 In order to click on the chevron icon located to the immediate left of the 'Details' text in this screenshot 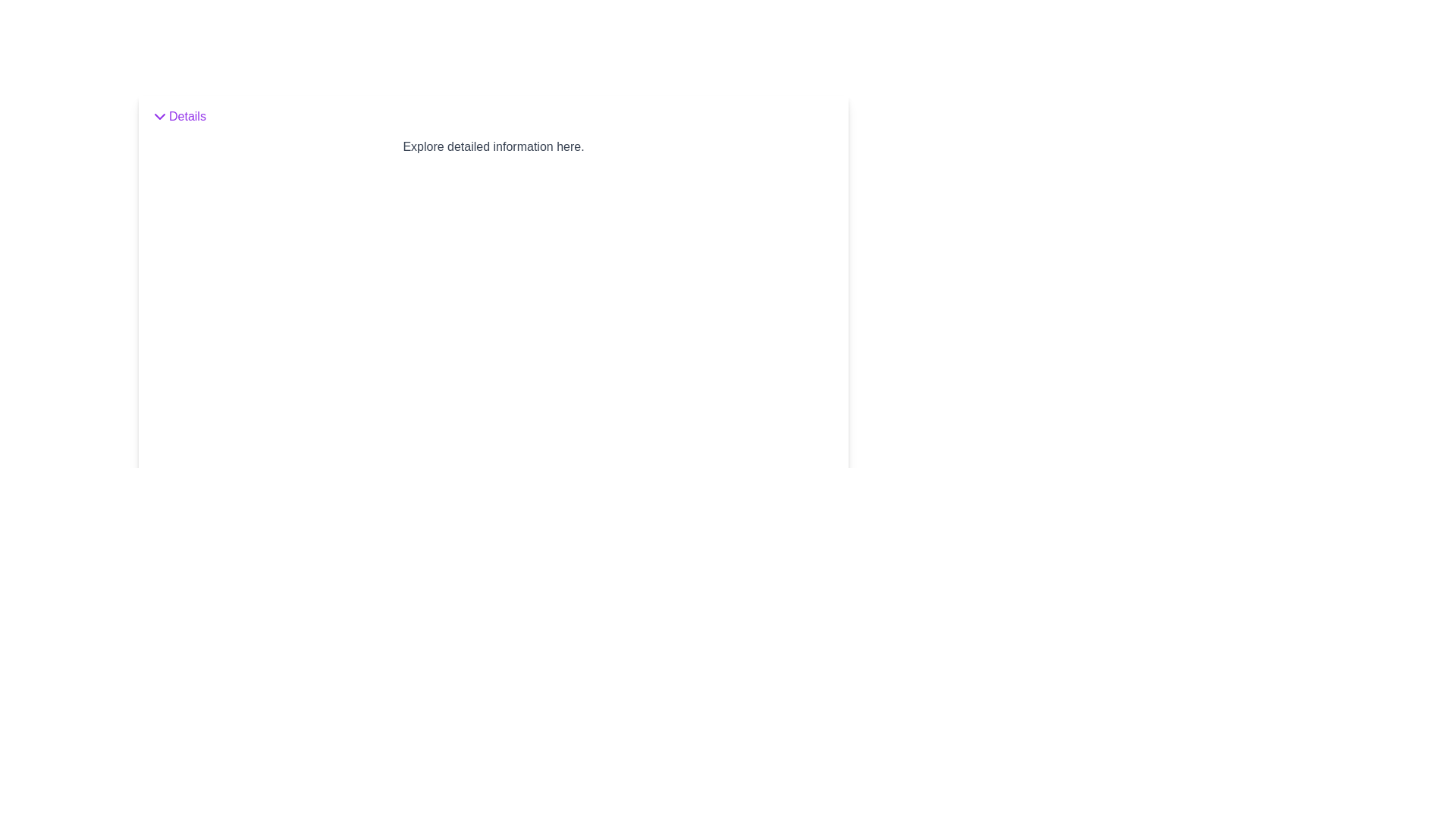, I will do `click(160, 116)`.